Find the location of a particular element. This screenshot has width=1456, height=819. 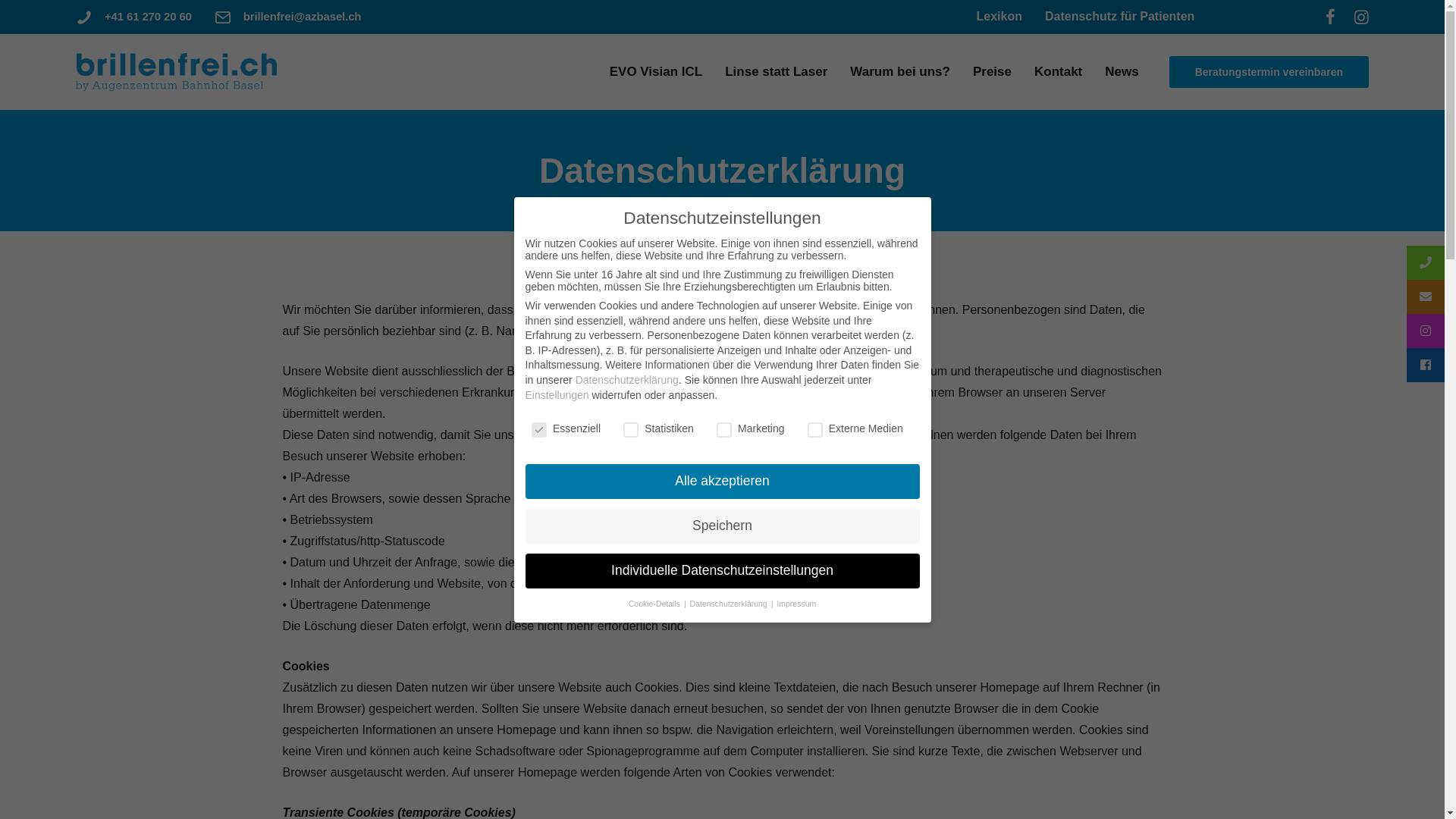

'Individuelle Datenschutzeinstellungen' is located at coordinates (720, 570).